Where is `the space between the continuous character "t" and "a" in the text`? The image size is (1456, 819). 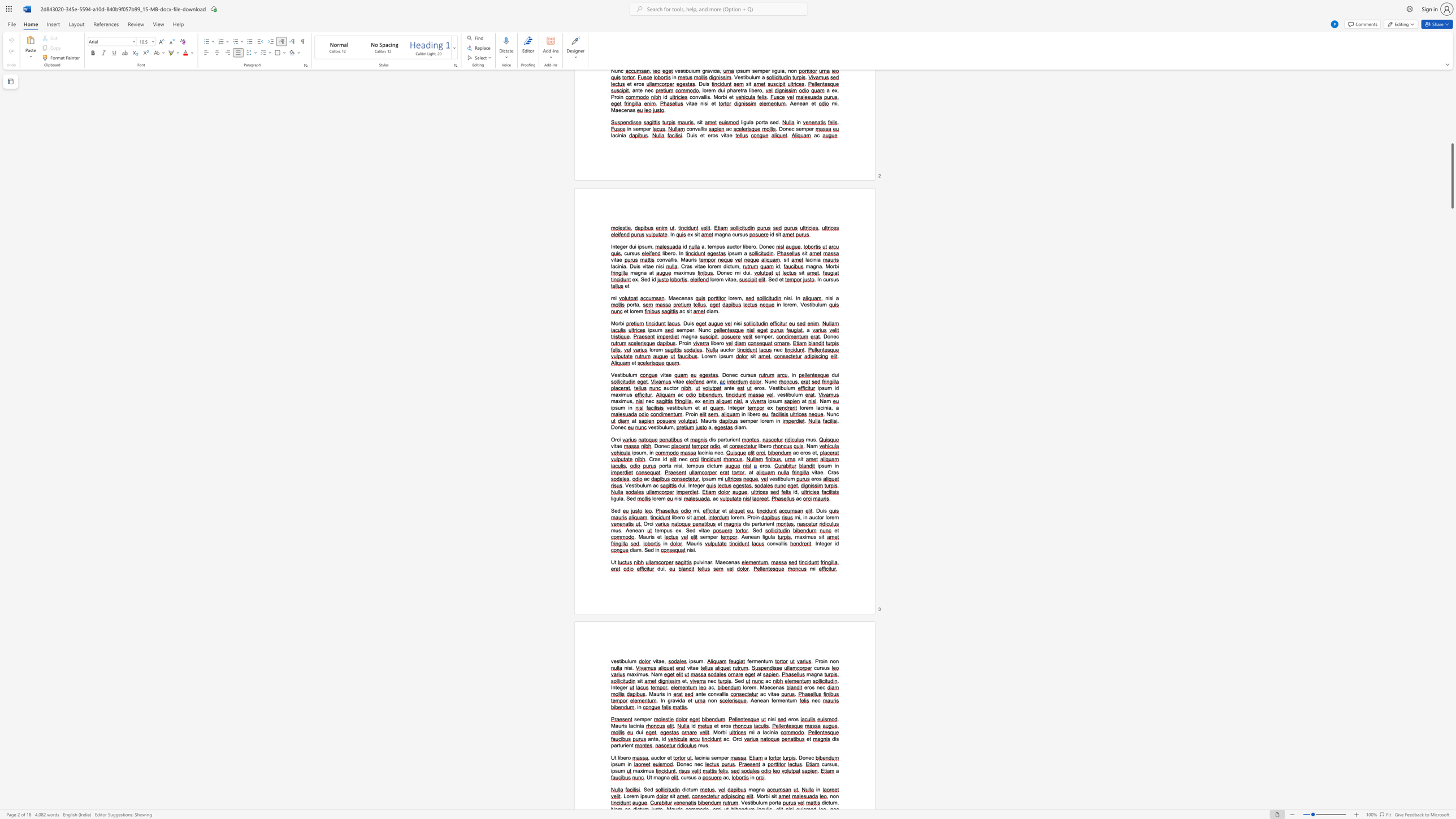 the space between the continuous character "t" and "a" in the text is located at coordinates (669, 465).